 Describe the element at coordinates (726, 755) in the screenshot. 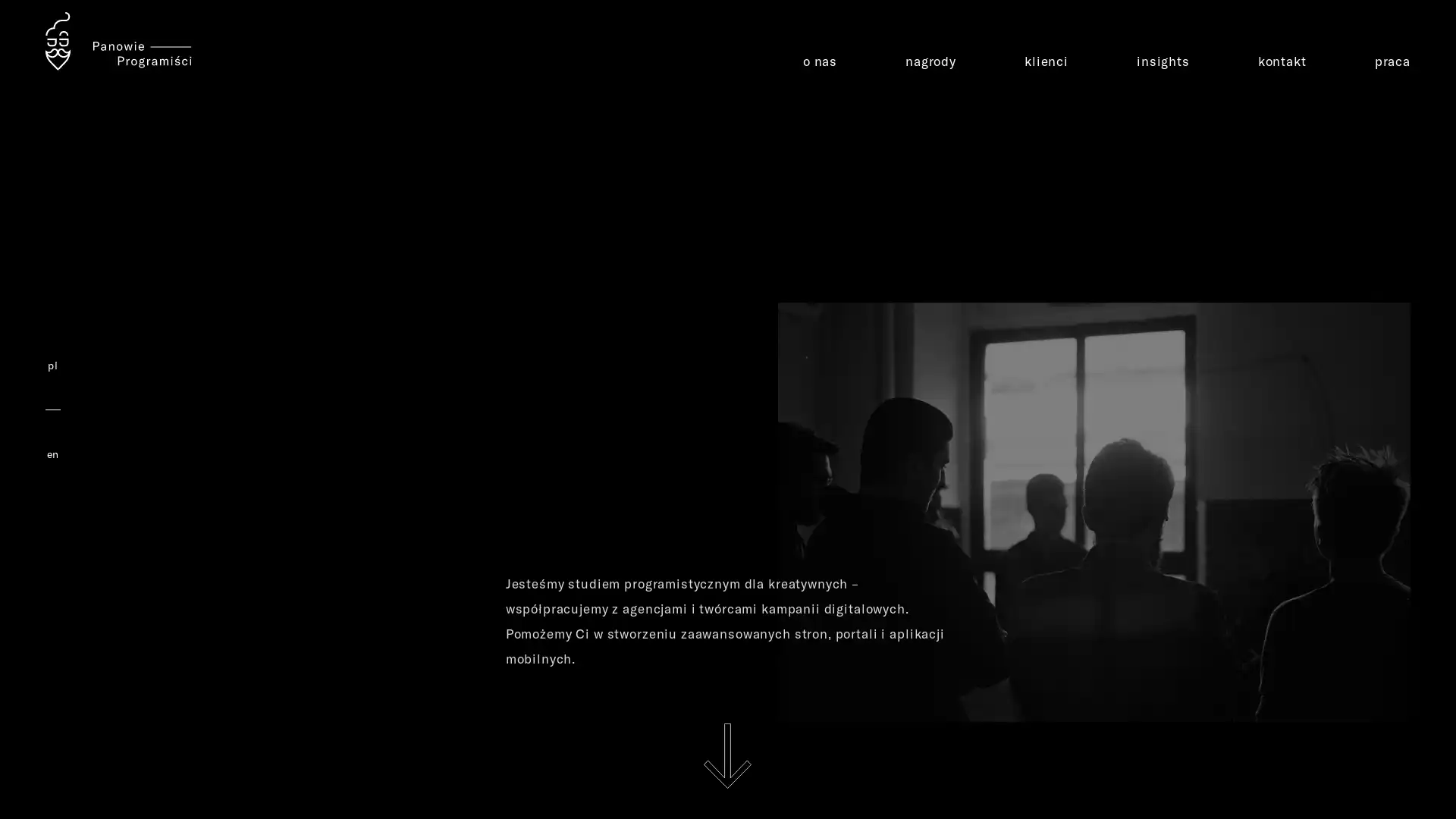

I see `Przeskroluj` at that location.